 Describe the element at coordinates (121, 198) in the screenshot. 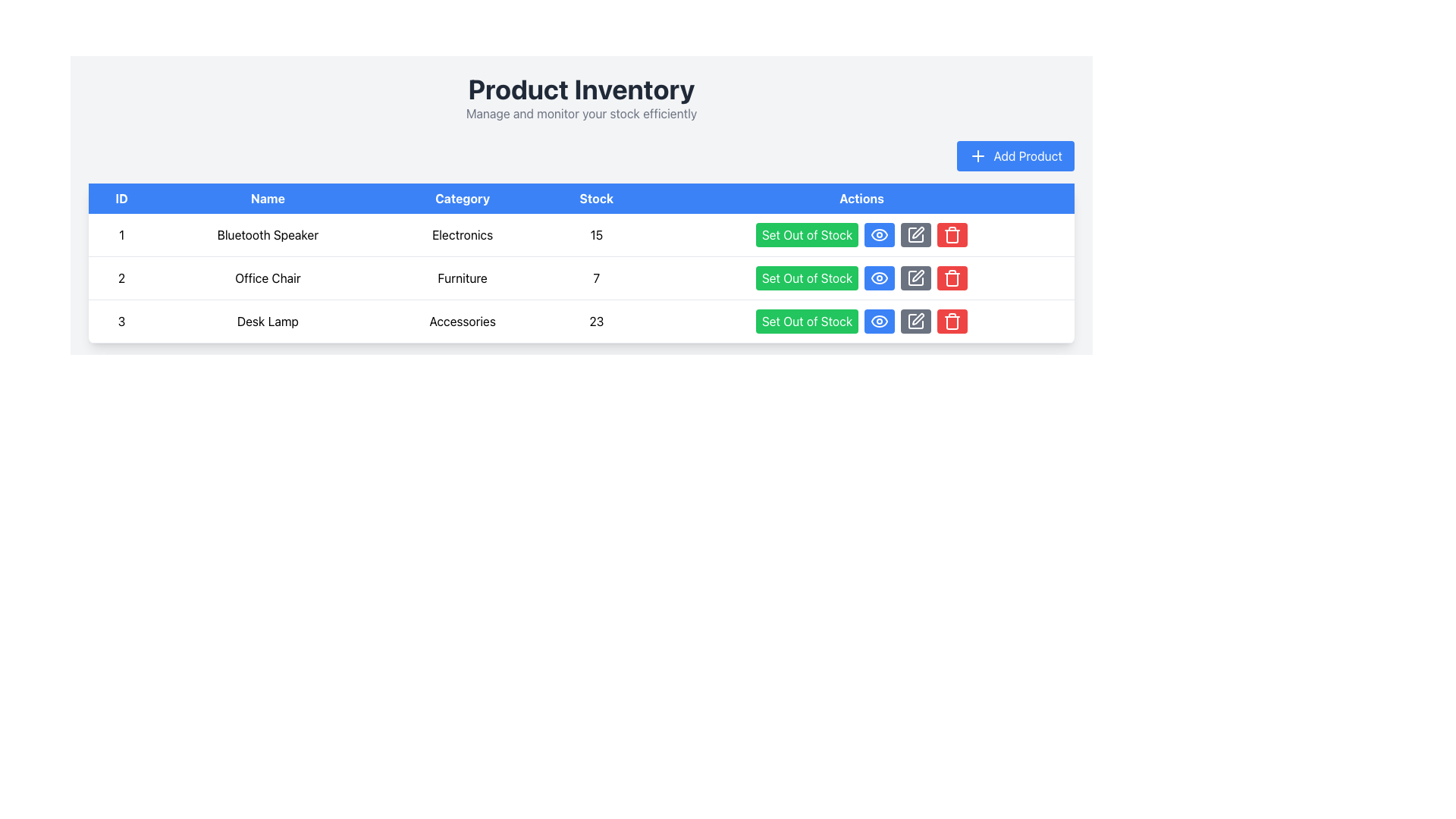

I see `the 'ID' column header label, which is the first item in a list of headers for a table, located at the upper left corner of the table` at that location.